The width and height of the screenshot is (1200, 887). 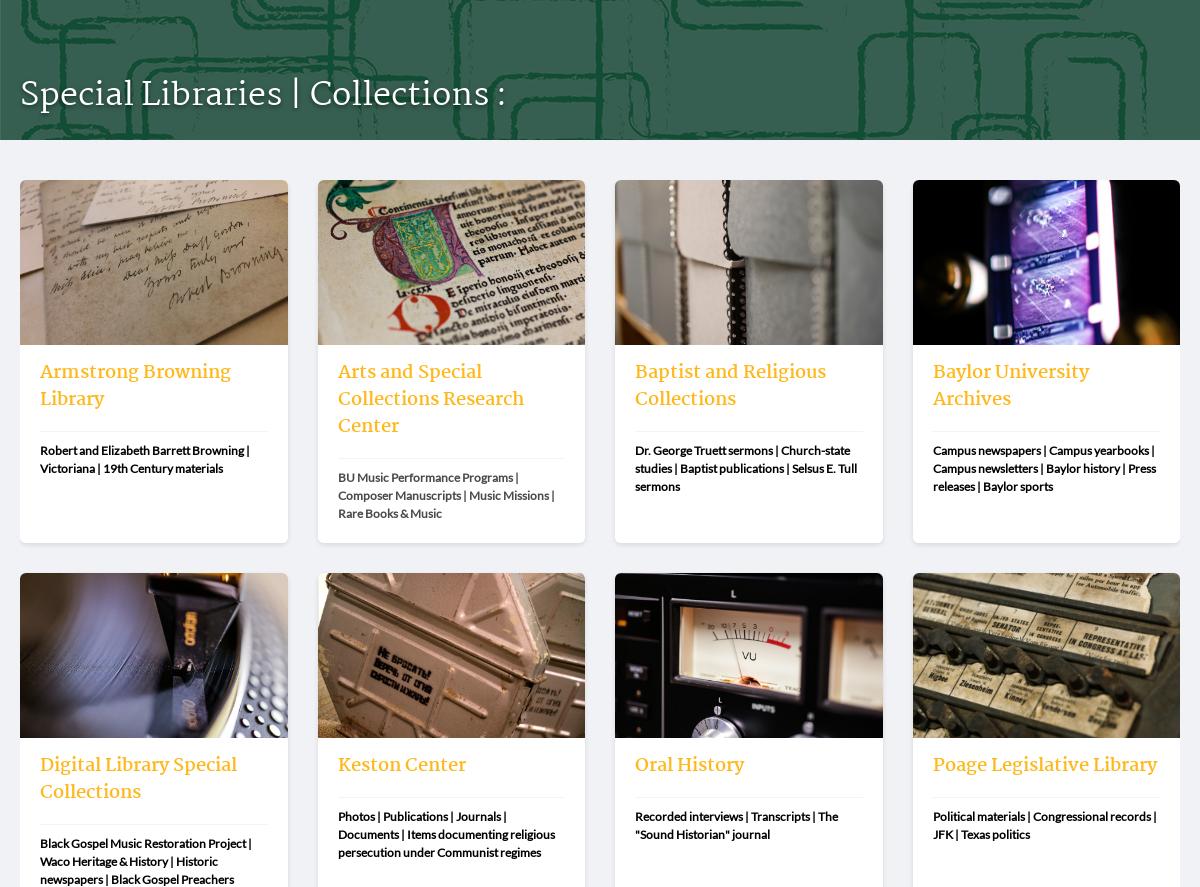 I want to click on 'BU Music Performance Programs | Composer Manuscripts | Music Missions | Rare Books & Music', so click(x=446, y=494).